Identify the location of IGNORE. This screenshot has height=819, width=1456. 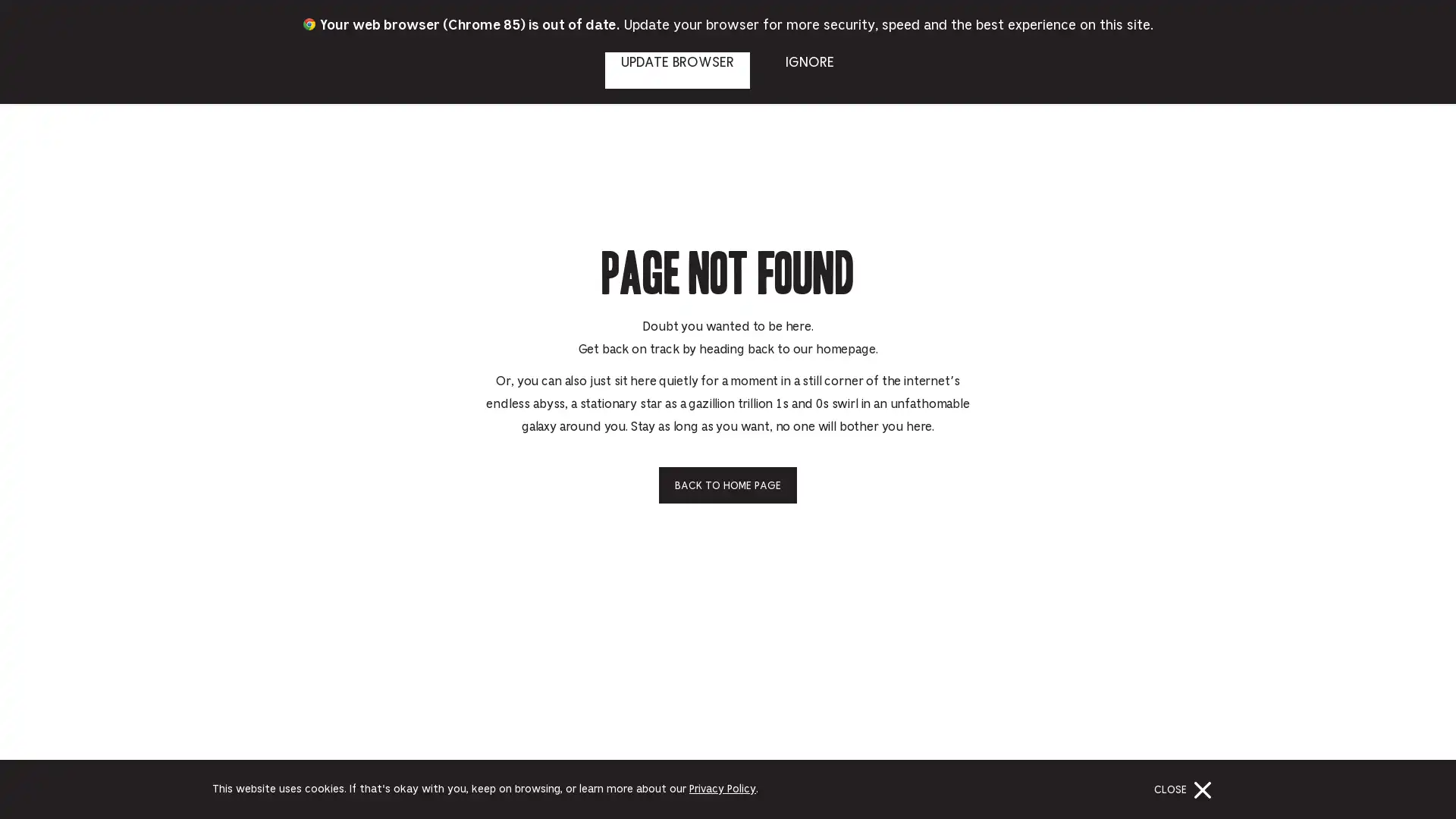
(808, 70).